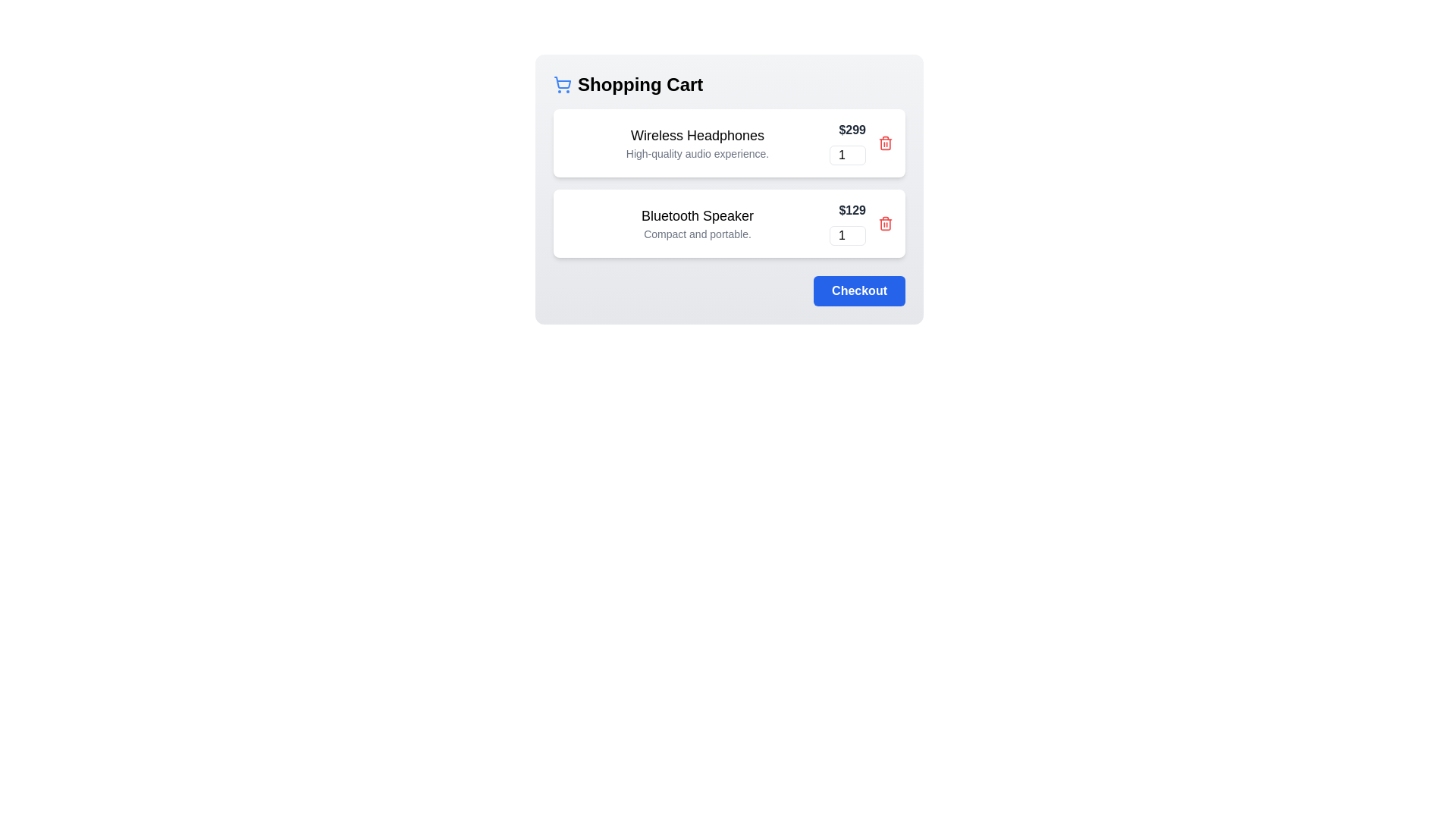 The image size is (1456, 819). I want to click on the quantity of the item to 64 by interacting with the input field, so click(847, 155).